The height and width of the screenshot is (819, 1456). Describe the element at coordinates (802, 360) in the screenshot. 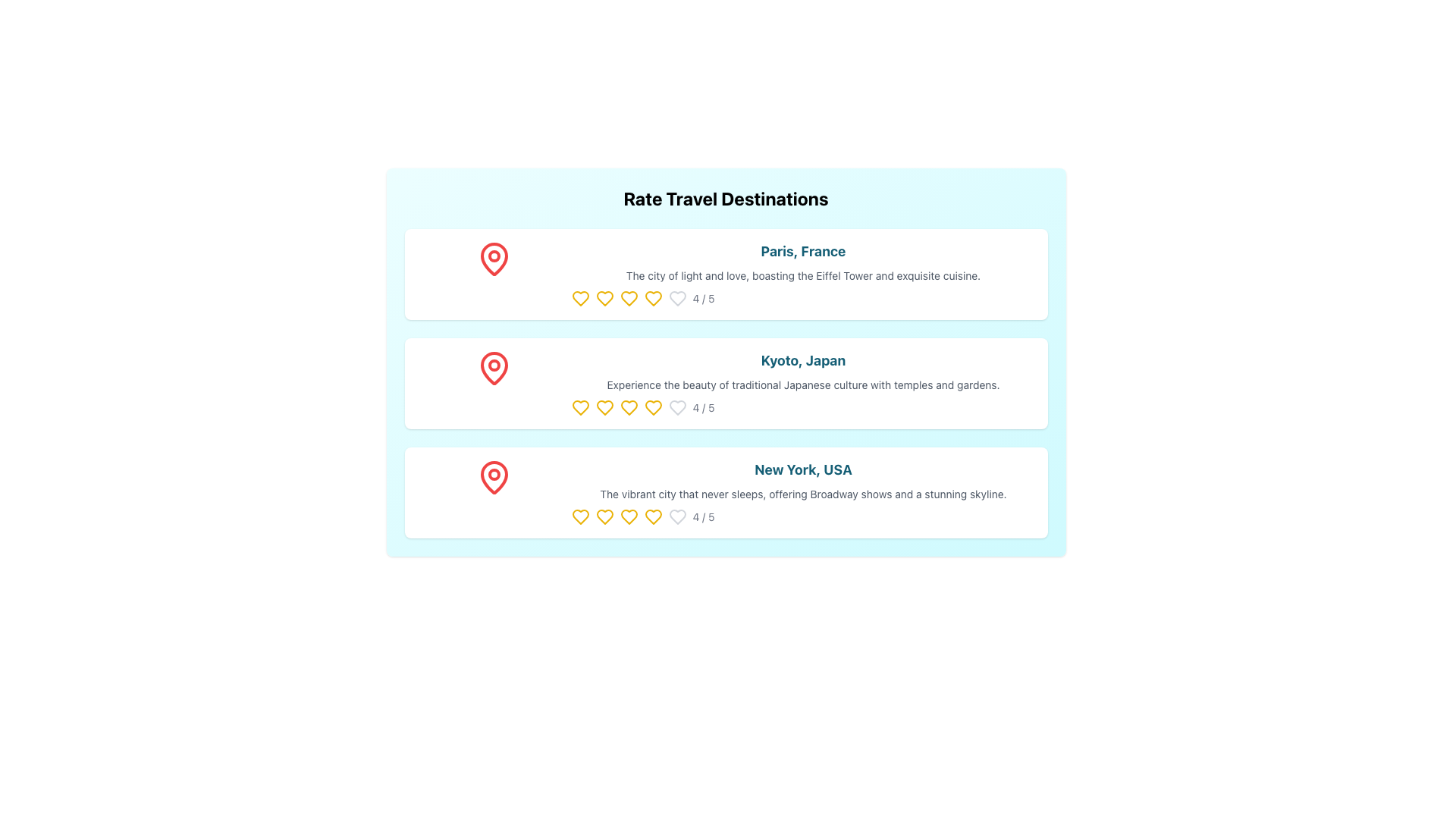

I see `text label displaying 'Kyoto, Japan', which is prominently styled in bold cyan font and located centrally in the second entry of a list of travel destinations` at that location.